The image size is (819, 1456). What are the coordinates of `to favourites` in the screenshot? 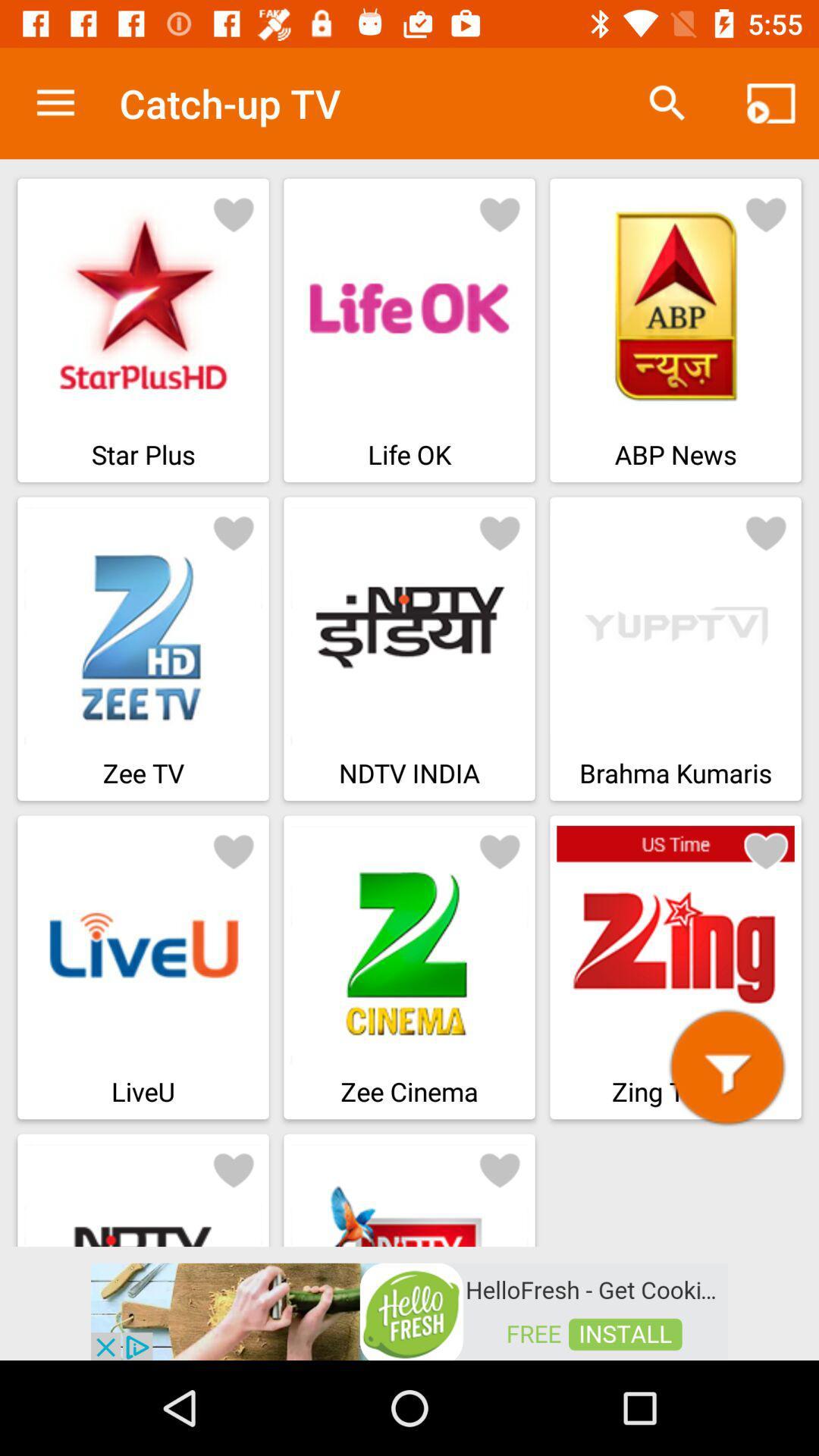 It's located at (500, 213).